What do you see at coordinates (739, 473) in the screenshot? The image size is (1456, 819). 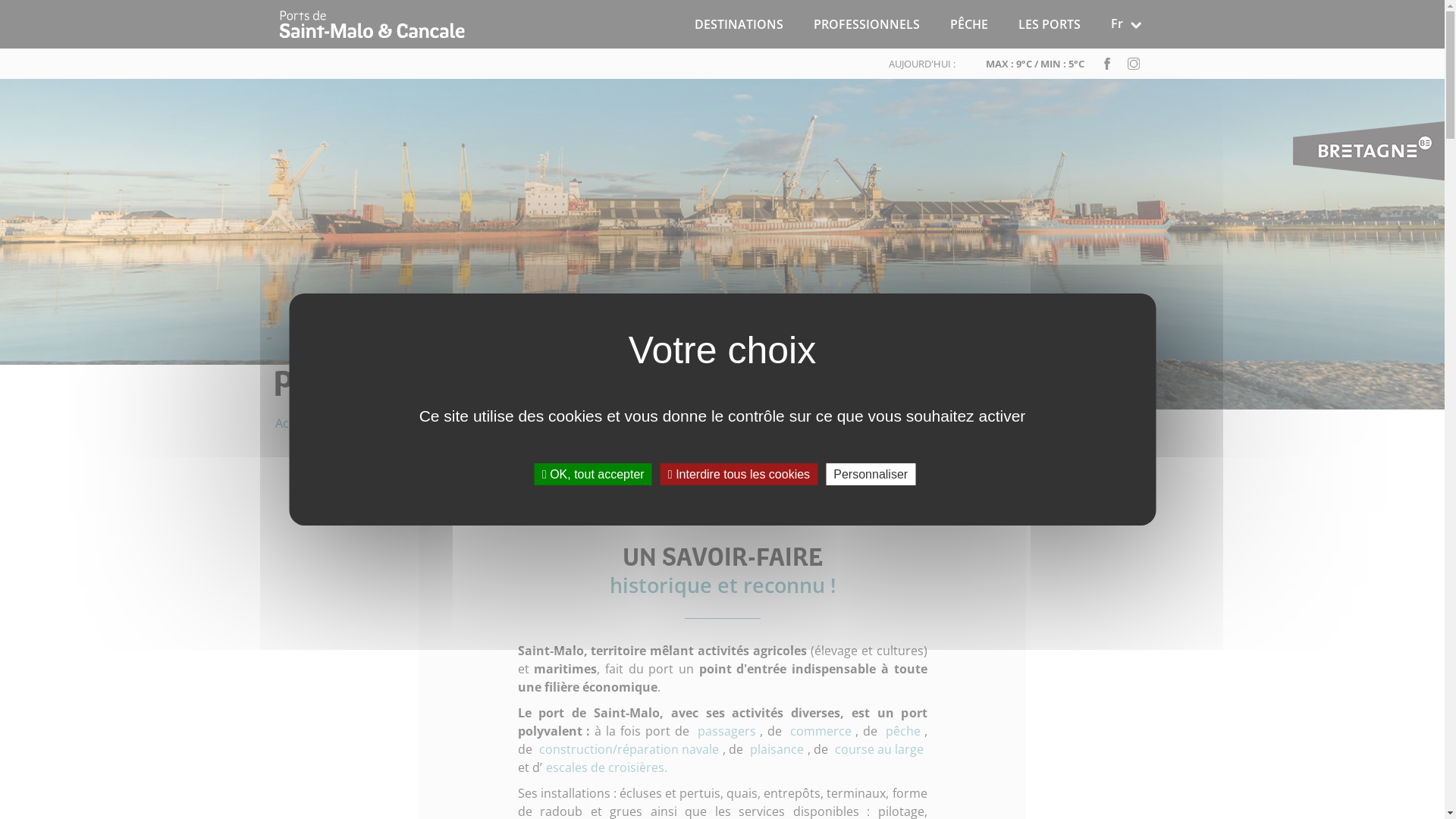 I see `'Interdire tous les cookies'` at bounding box center [739, 473].